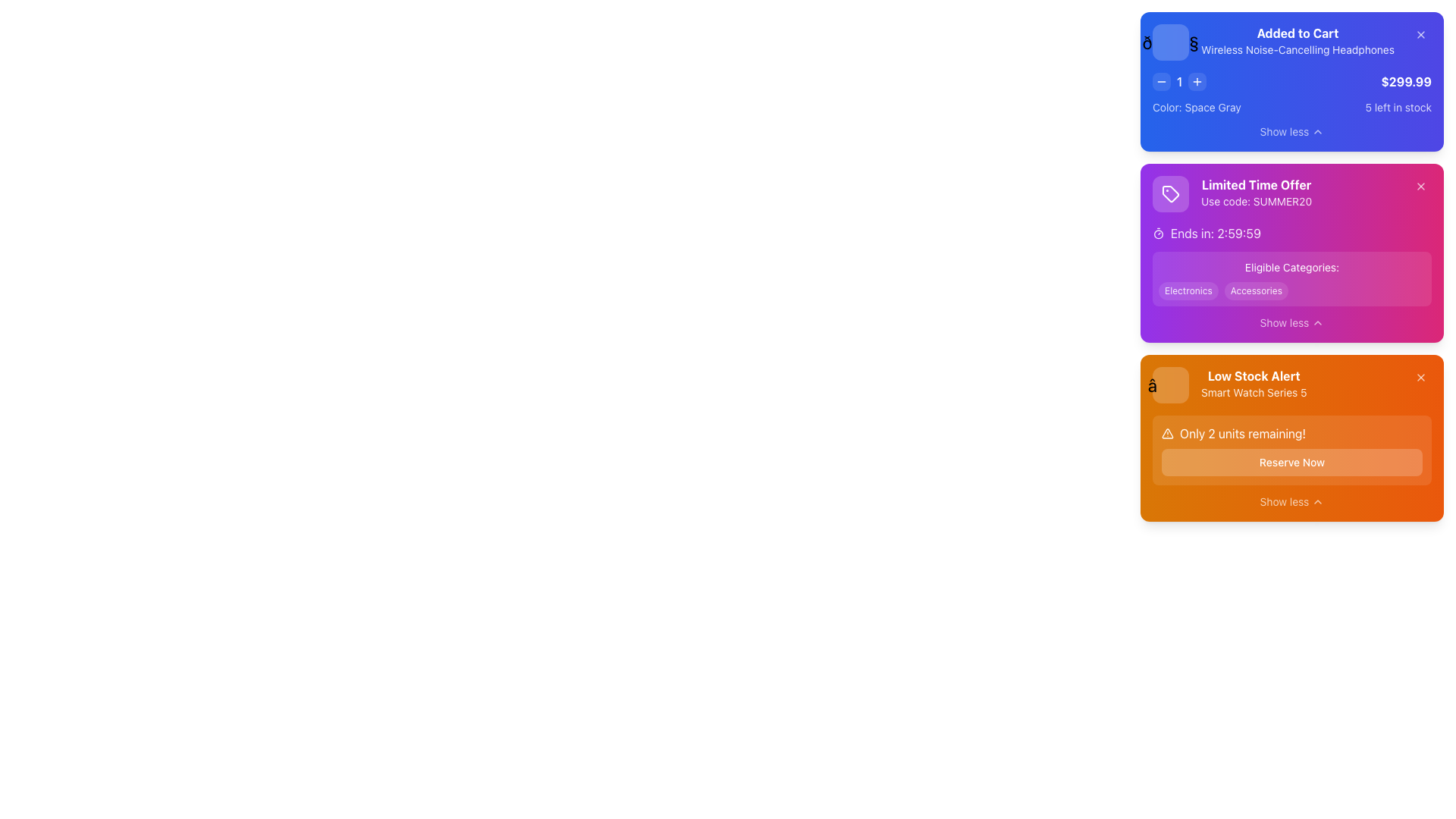 The width and height of the screenshot is (1456, 819). I want to click on the informational or warning icon located to the left of the 'Only 2 units remaining!' text in the 'Low Stock Alert' card component, if it is interactive, so click(1167, 433).